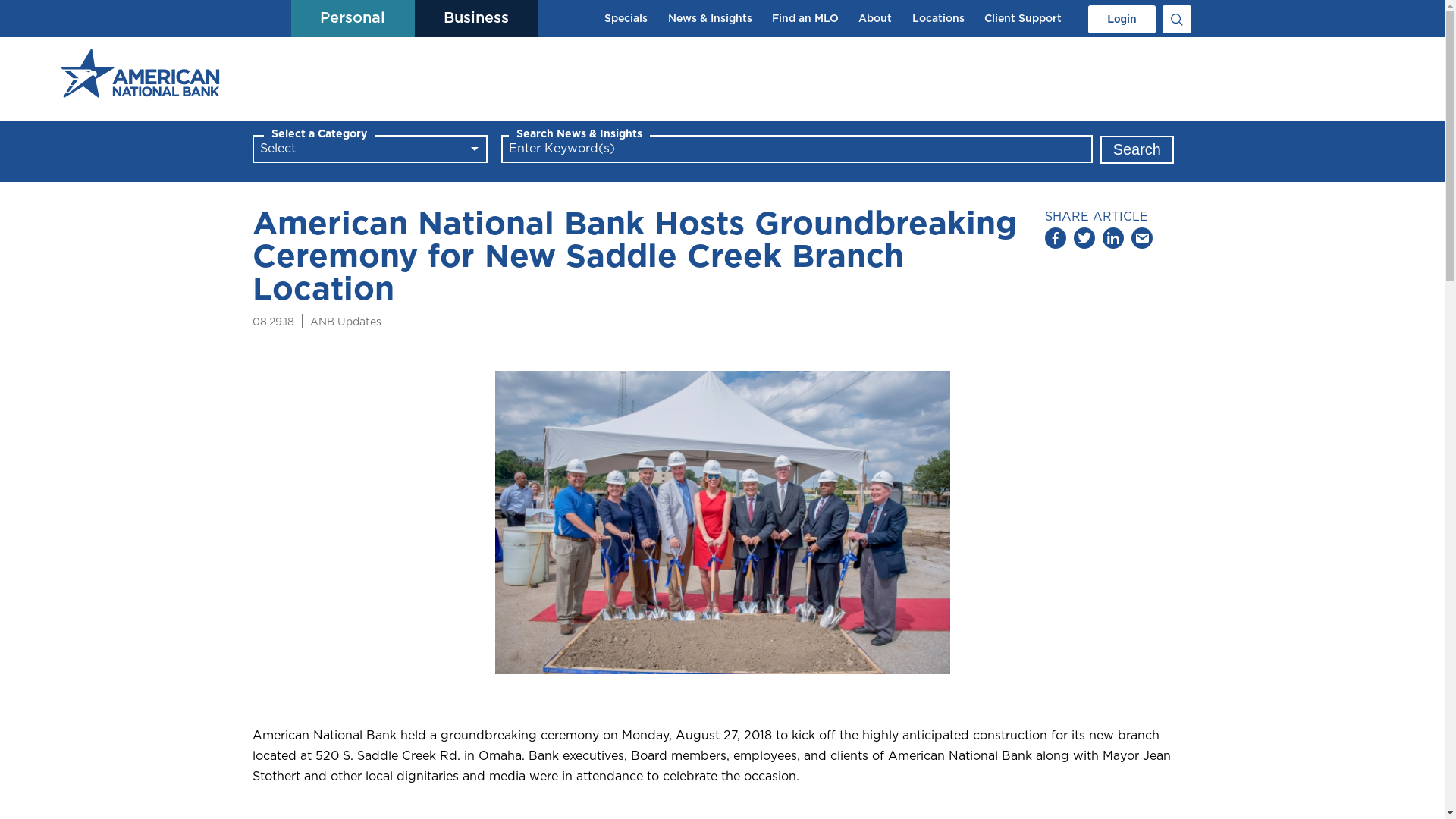 The image size is (1456, 819). I want to click on 'Business', so click(475, 18).